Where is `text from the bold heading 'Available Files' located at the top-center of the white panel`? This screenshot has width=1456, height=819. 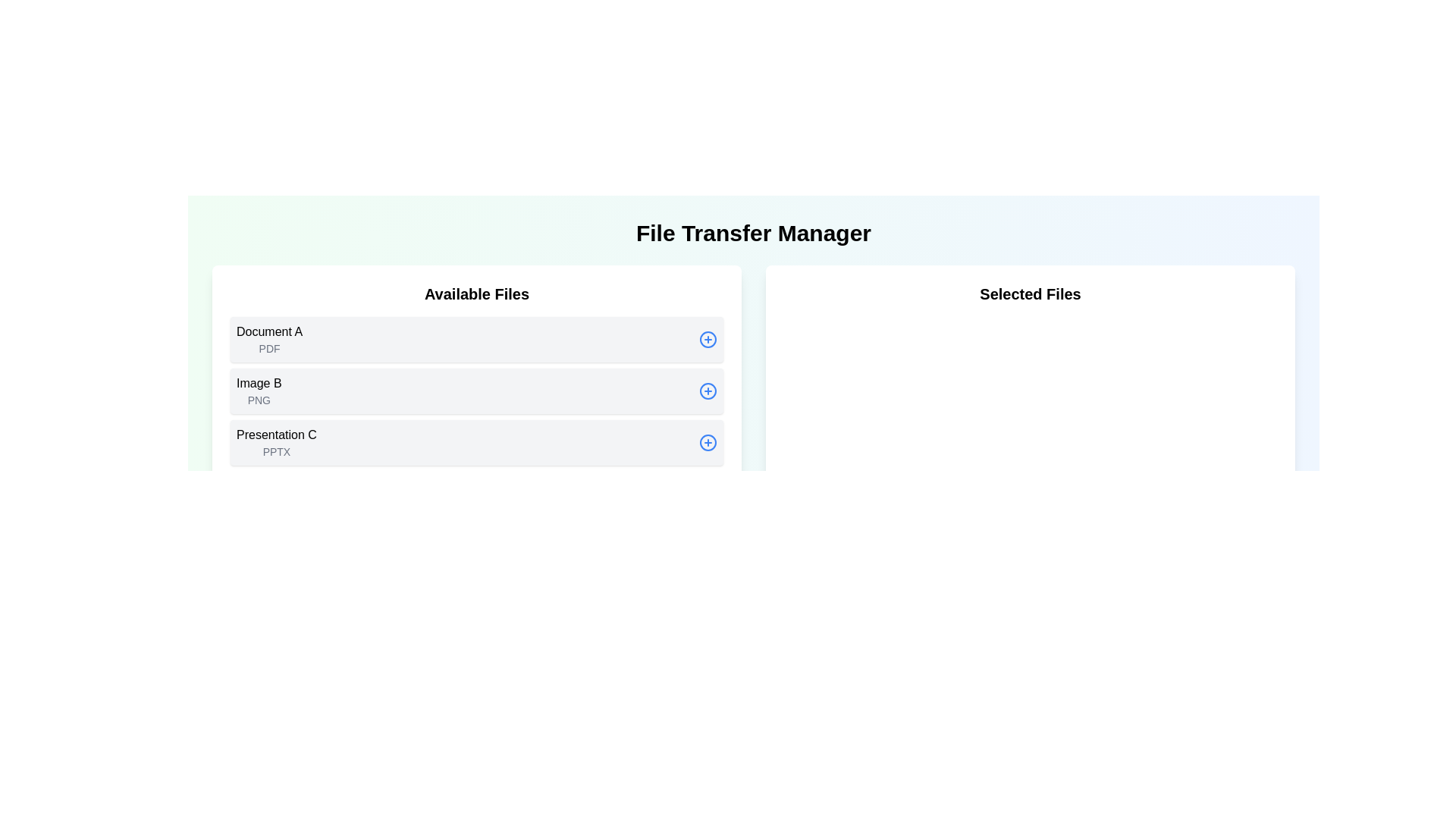
text from the bold heading 'Available Files' located at the top-center of the white panel is located at coordinates (475, 294).